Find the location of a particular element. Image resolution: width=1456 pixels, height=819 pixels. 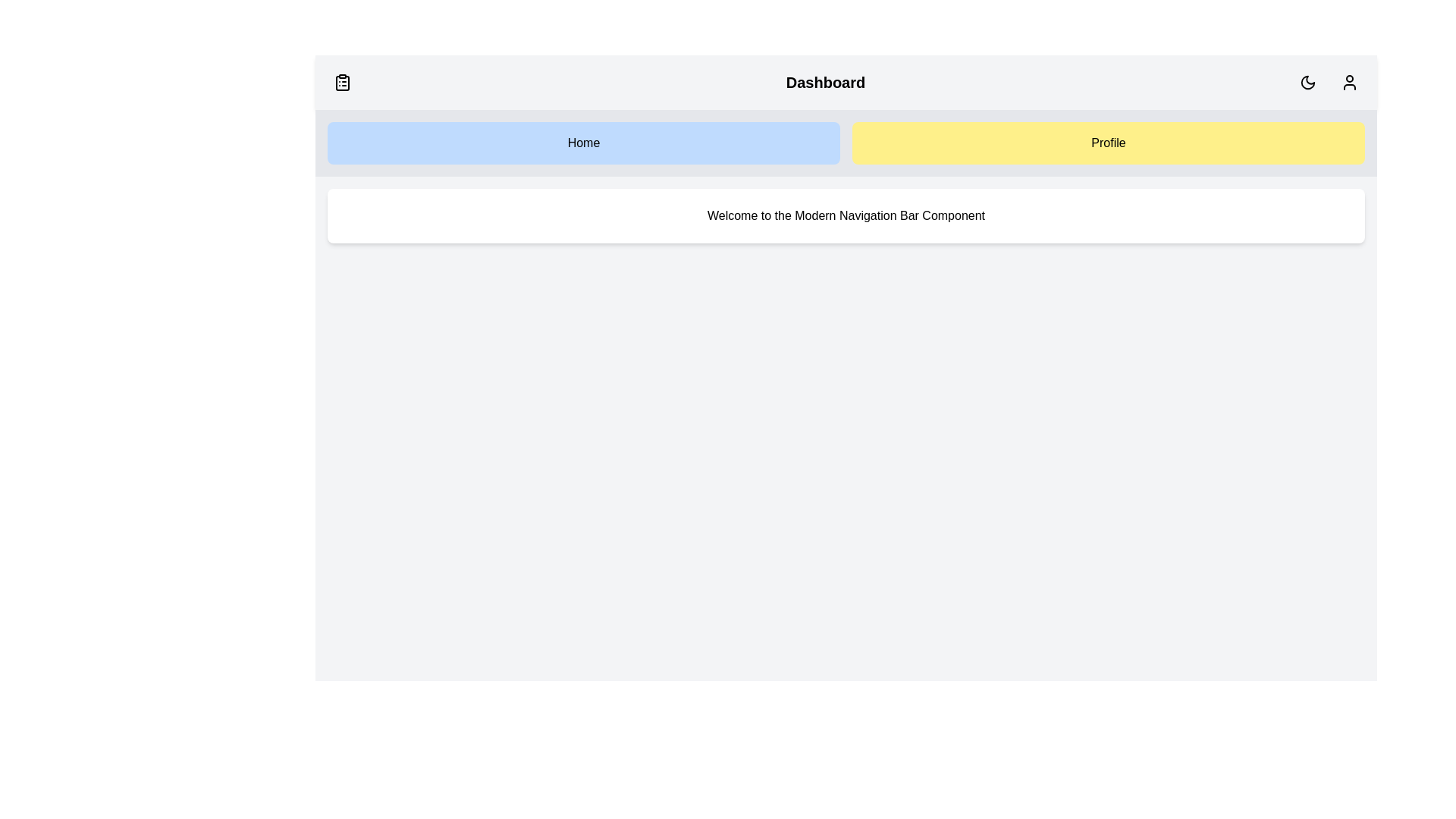

the menu button to toggle the menu visibility is located at coordinates (341, 82).